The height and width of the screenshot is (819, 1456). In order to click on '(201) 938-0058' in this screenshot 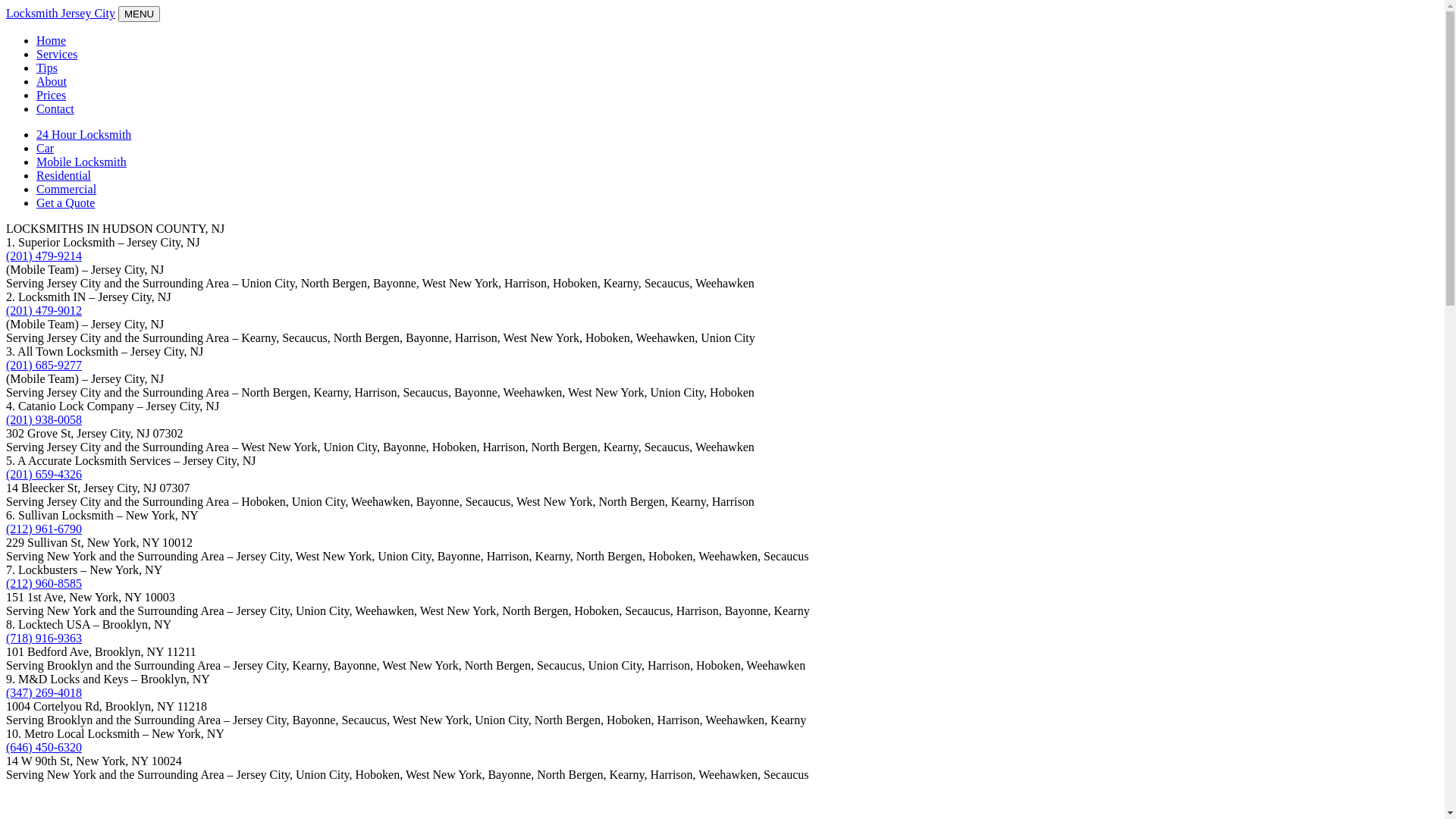, I will do `click(43, 419)`.